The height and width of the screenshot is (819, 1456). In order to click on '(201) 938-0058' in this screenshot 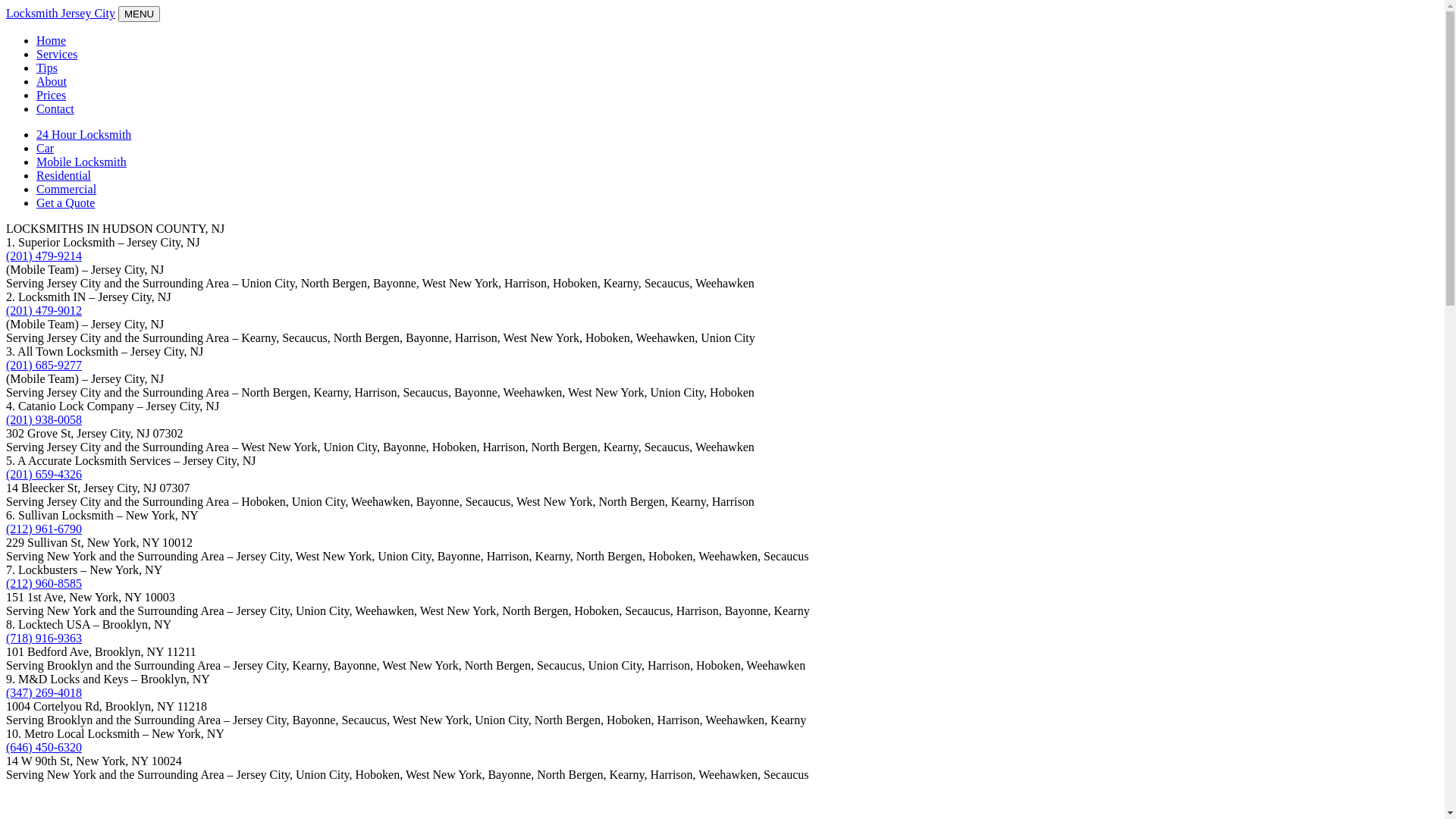, I will do `click(43, 419)`.